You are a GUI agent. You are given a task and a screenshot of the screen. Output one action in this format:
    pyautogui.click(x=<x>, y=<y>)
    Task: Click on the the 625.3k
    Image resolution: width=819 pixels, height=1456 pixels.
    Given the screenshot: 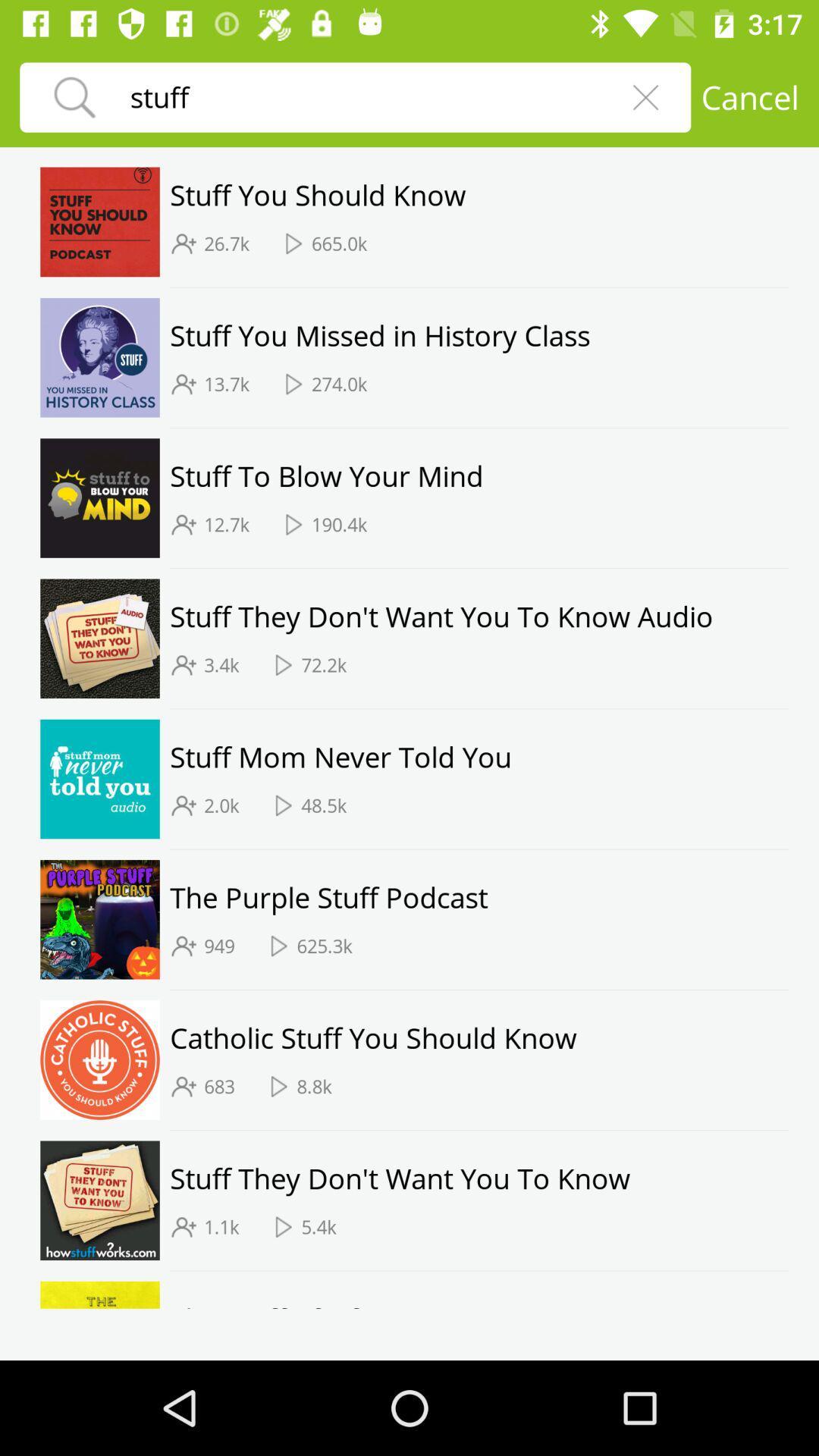 What is the action you would take?
    pyautogui.click(x=324, y=945)
    